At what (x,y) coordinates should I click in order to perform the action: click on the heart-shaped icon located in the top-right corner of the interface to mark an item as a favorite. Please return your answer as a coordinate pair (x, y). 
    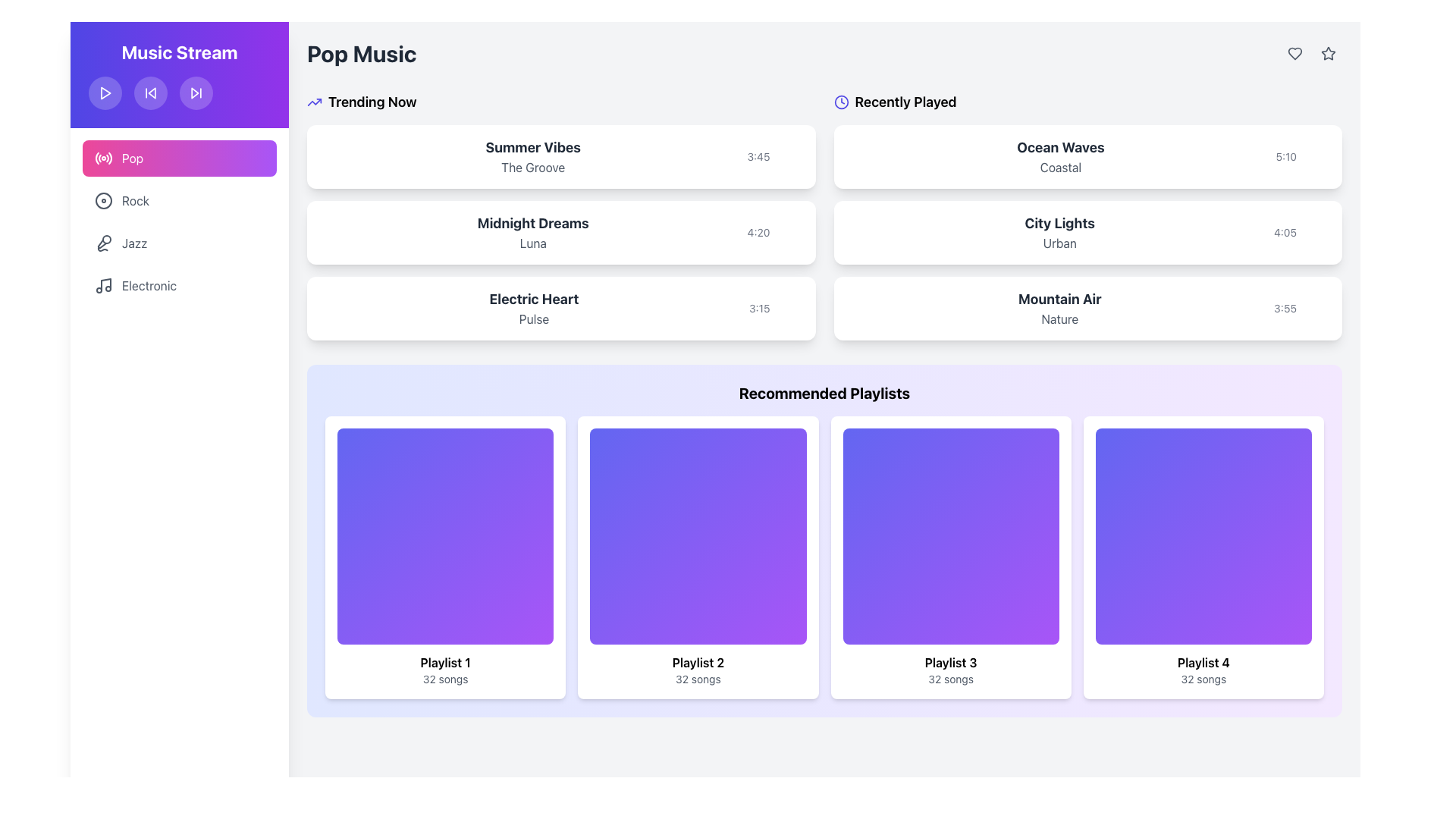
    Looking at the image, I should click on (1294, 52).